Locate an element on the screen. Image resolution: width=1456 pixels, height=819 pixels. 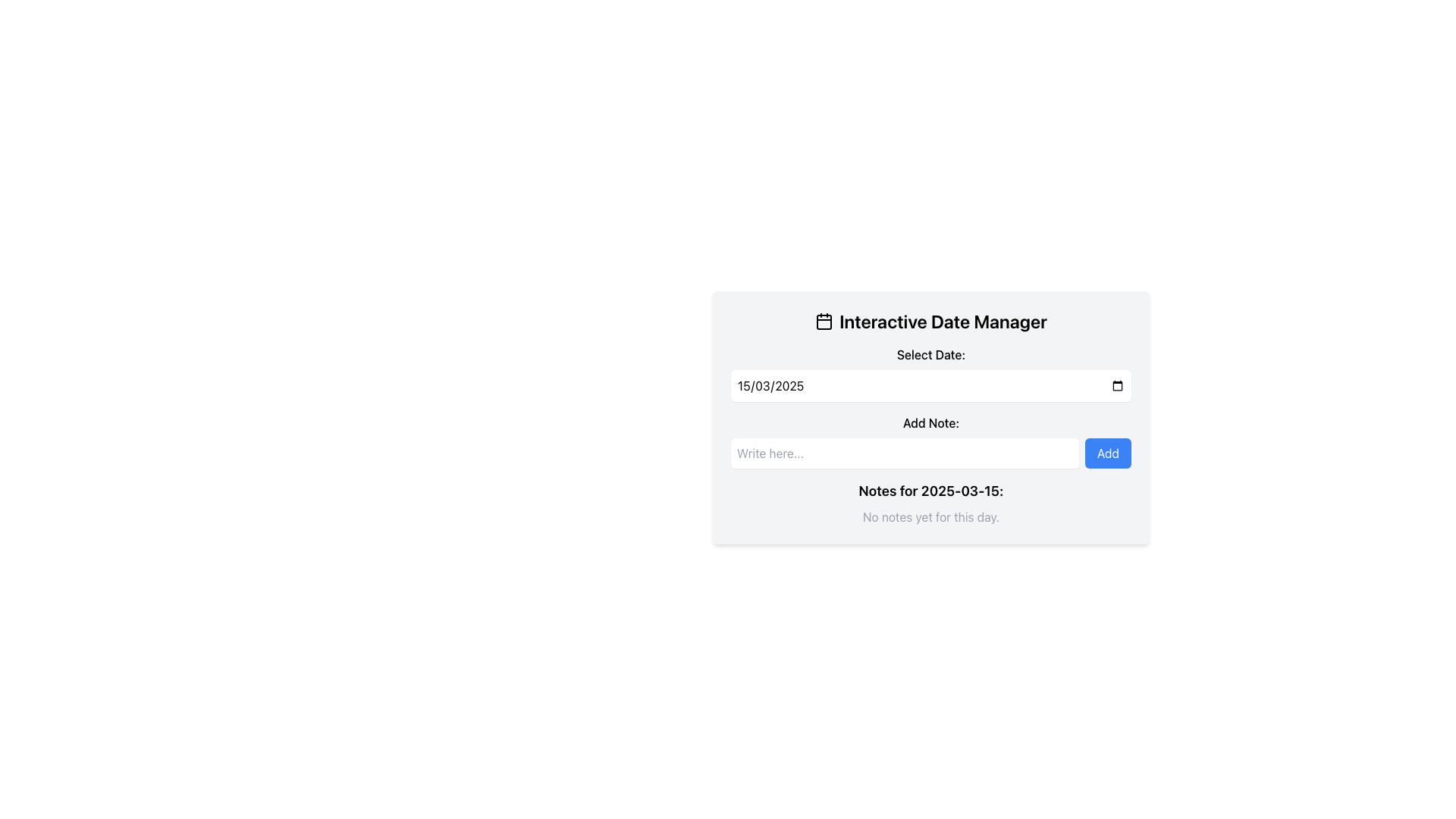
static text display component that contains the notes information for the date 2025-03-15, which shows 'Notes for 2025-03-15:' and 'No notes yet for this day.' is located at coordinates (930, 503).